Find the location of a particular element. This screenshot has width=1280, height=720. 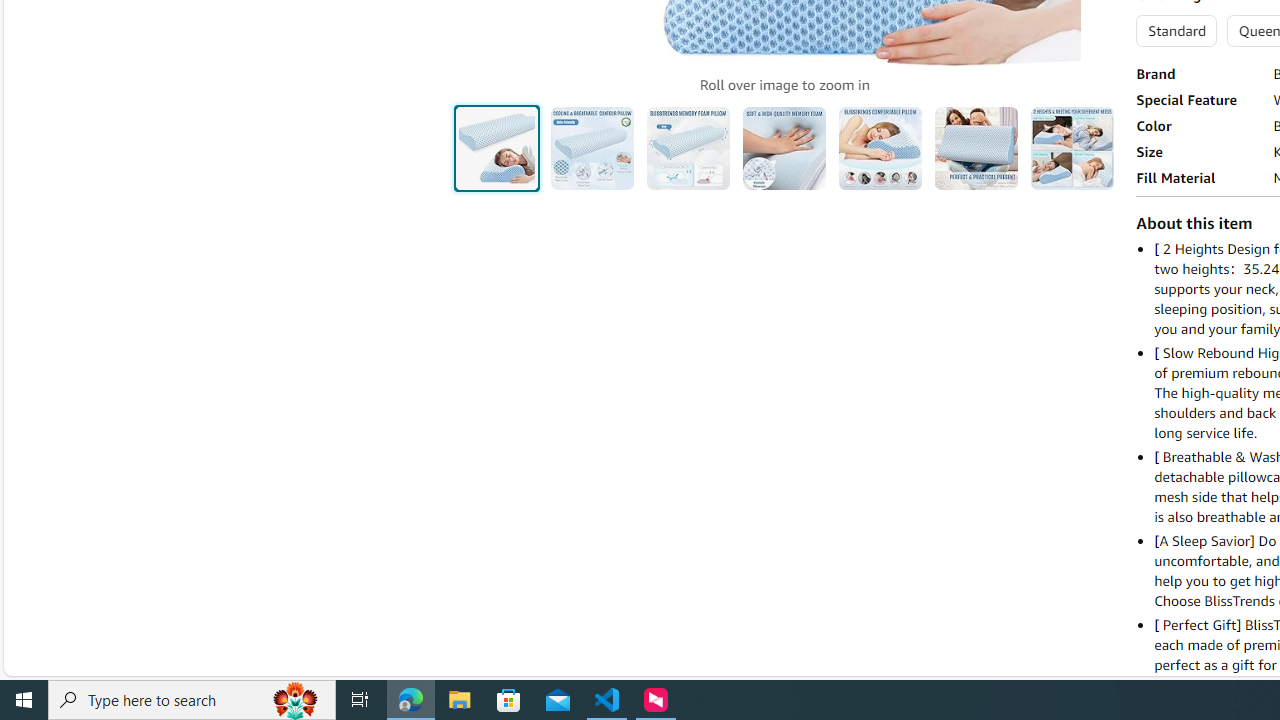

'Standard' is located at coordinates (1176, 30).